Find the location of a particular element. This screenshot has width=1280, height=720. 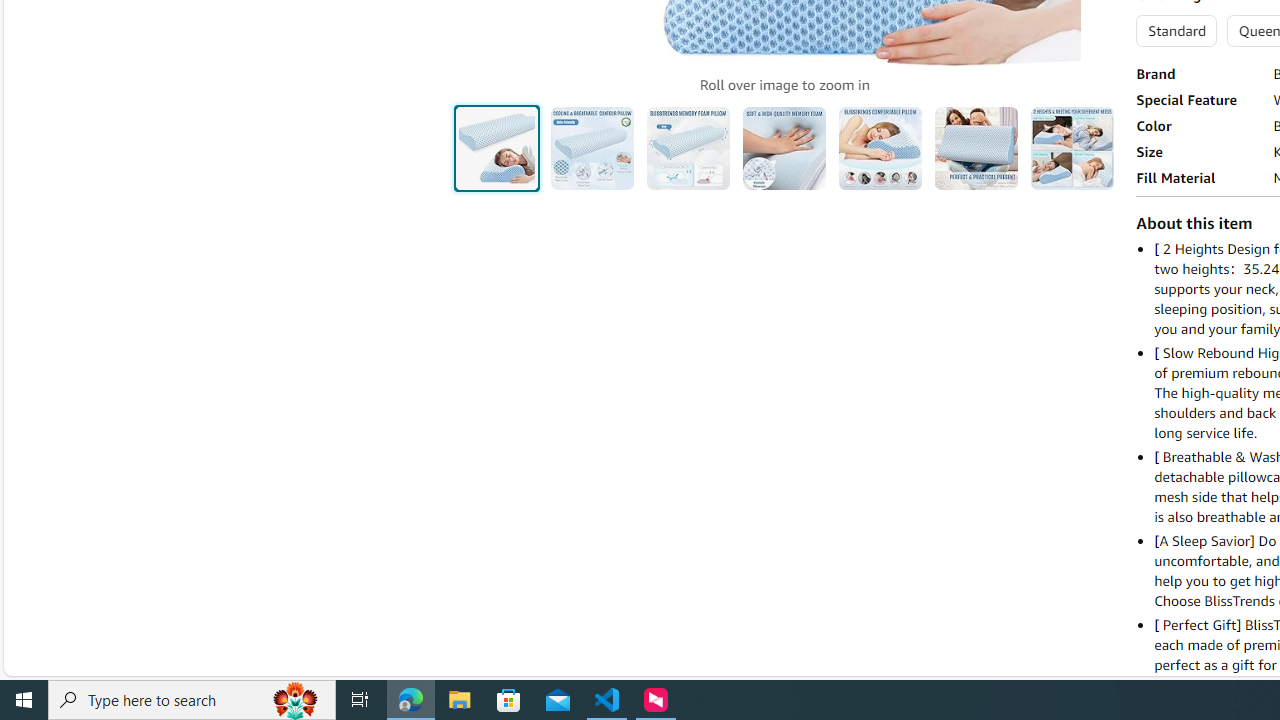

'Standard' is located at coordinates (1176, 30).